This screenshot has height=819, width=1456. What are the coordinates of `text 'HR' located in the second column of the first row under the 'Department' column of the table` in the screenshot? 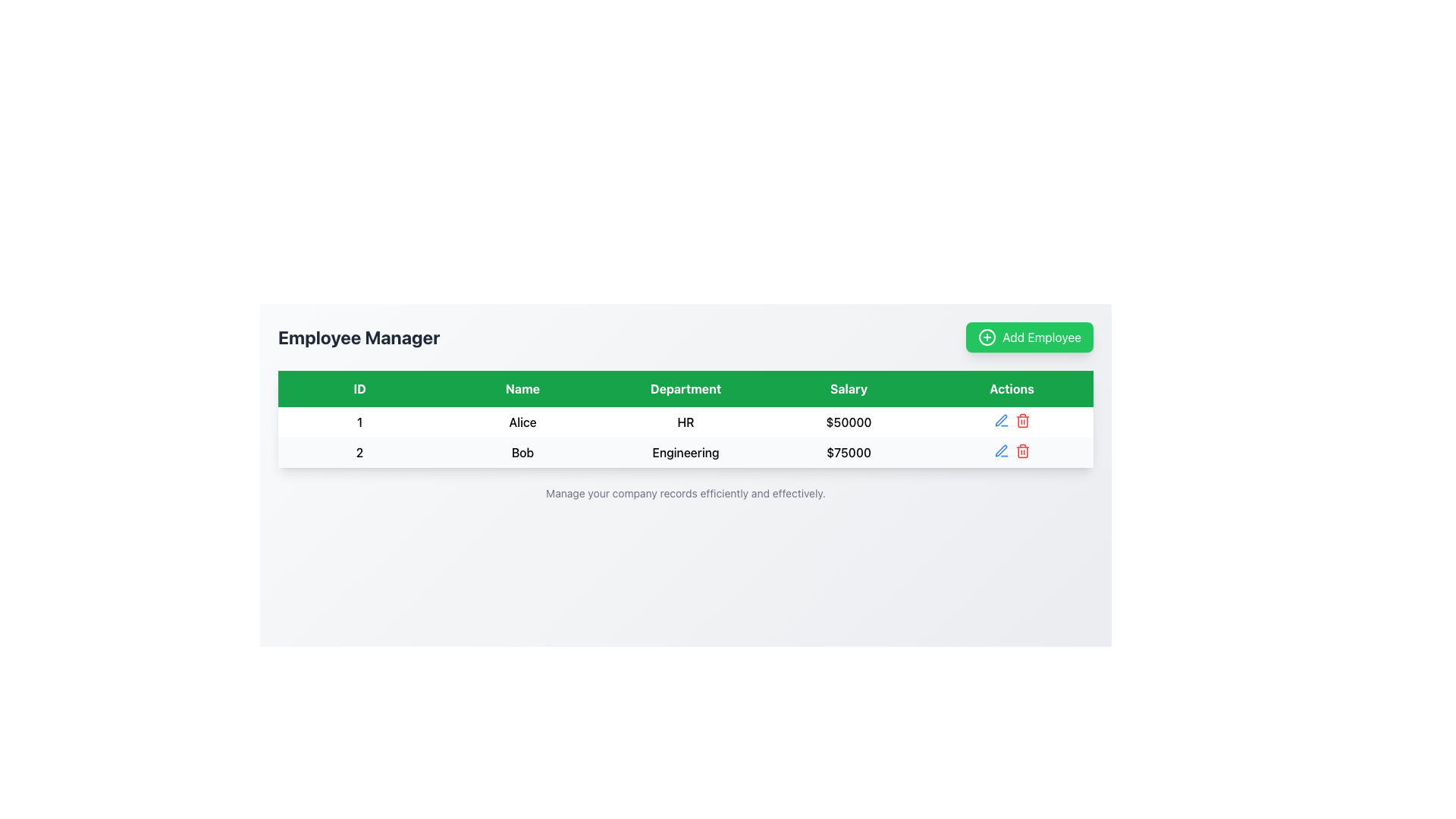 It's located at (685, 422).